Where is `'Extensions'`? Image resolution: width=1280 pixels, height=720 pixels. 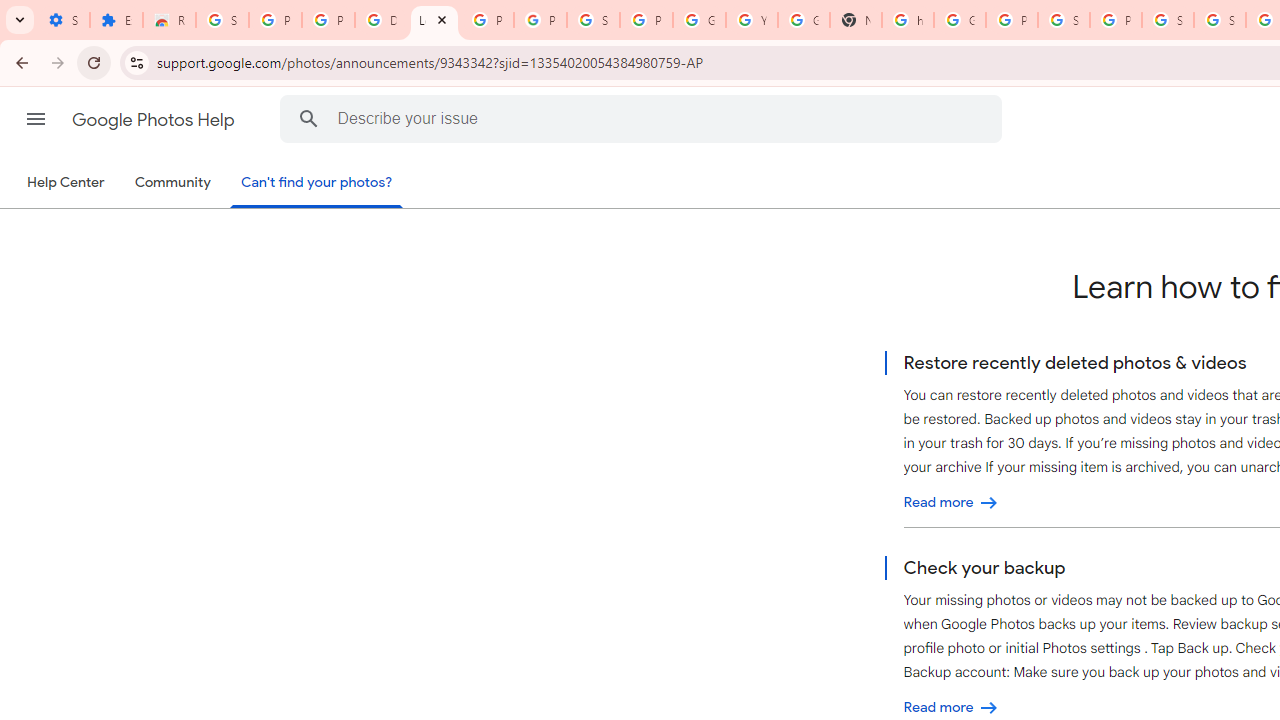 'Extensions' is located at coordinates (115, 20).